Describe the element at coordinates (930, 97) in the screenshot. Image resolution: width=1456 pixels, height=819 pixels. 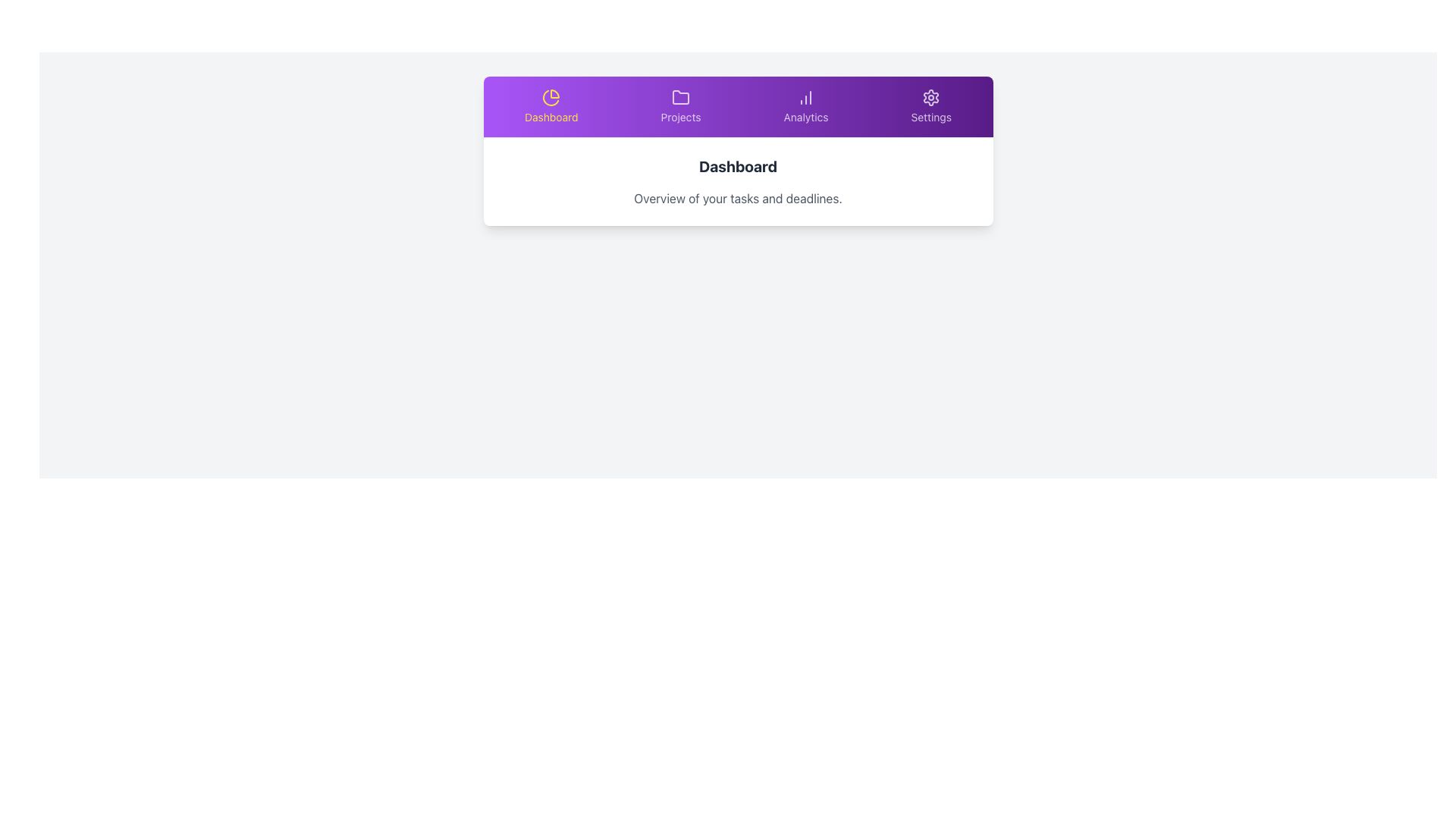
I see `the gear-like icon in the Settings tab located at the top right of the navigation panel` at that location.